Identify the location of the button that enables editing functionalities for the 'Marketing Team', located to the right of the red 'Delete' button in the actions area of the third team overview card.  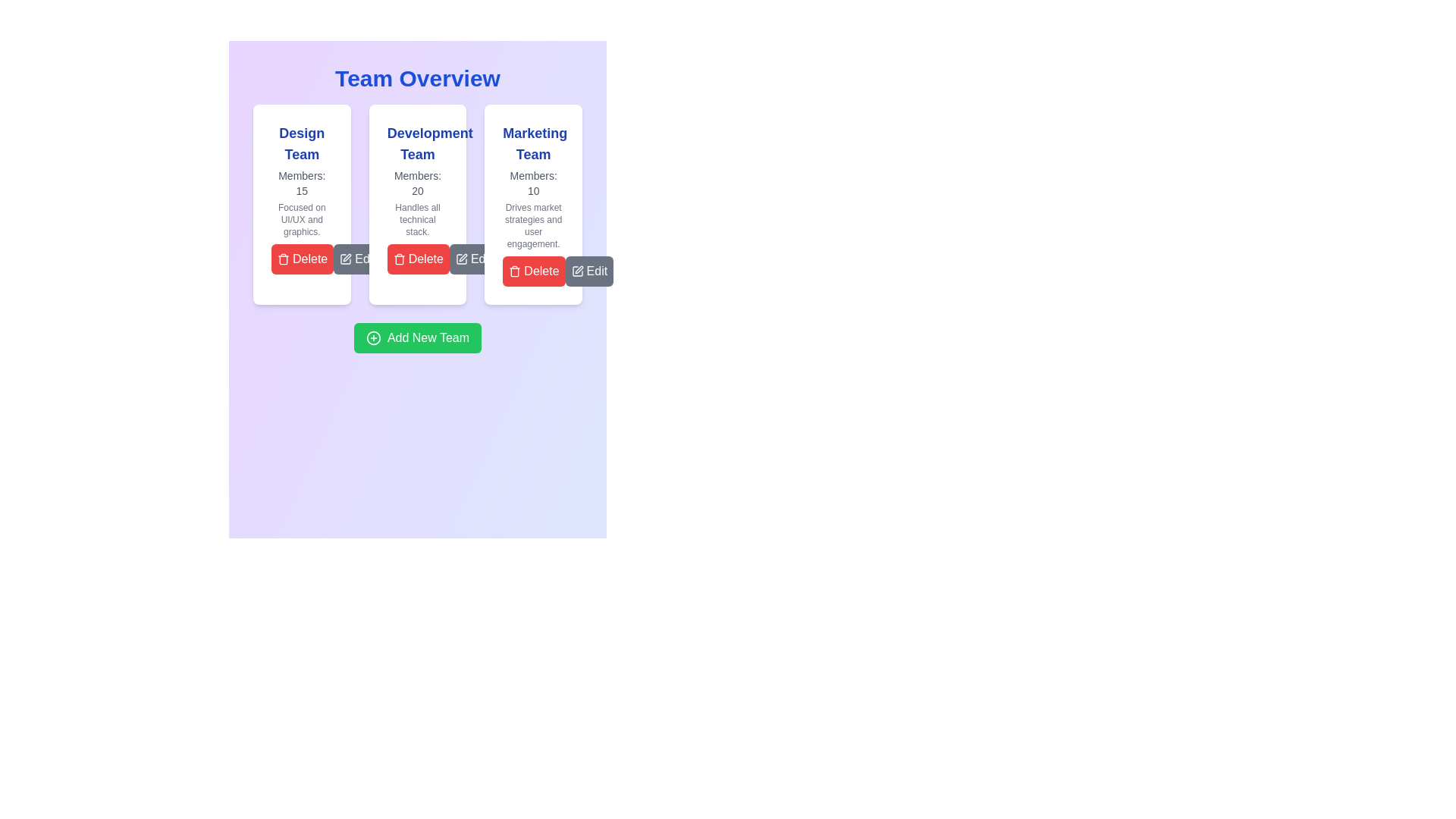
(588, 271).